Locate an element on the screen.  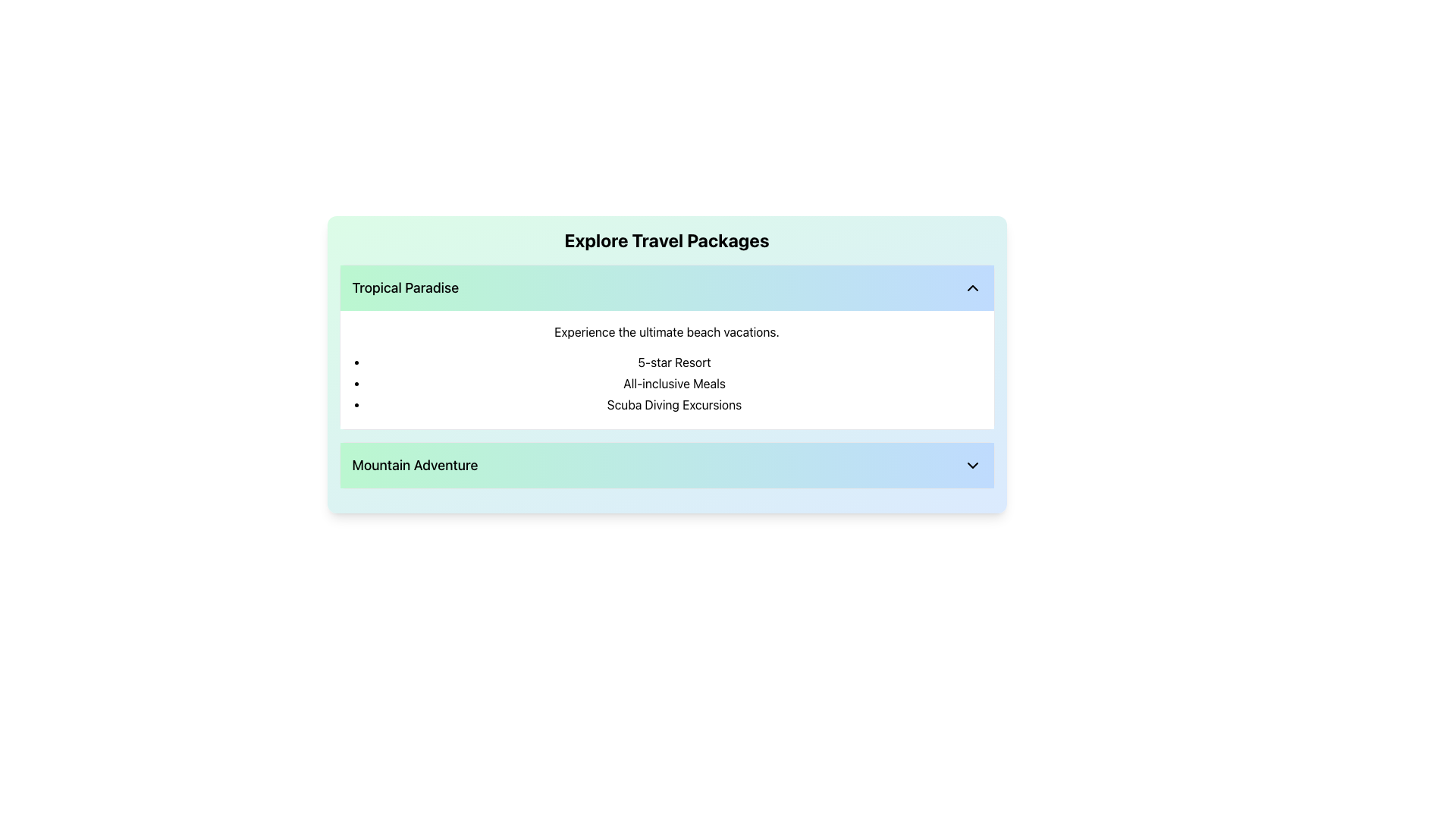
the 'Mountain Adventure' travel package button, which is a clickable dropdown trigger located at the bottom of the travel packages section is located at coordinates (667, 464).